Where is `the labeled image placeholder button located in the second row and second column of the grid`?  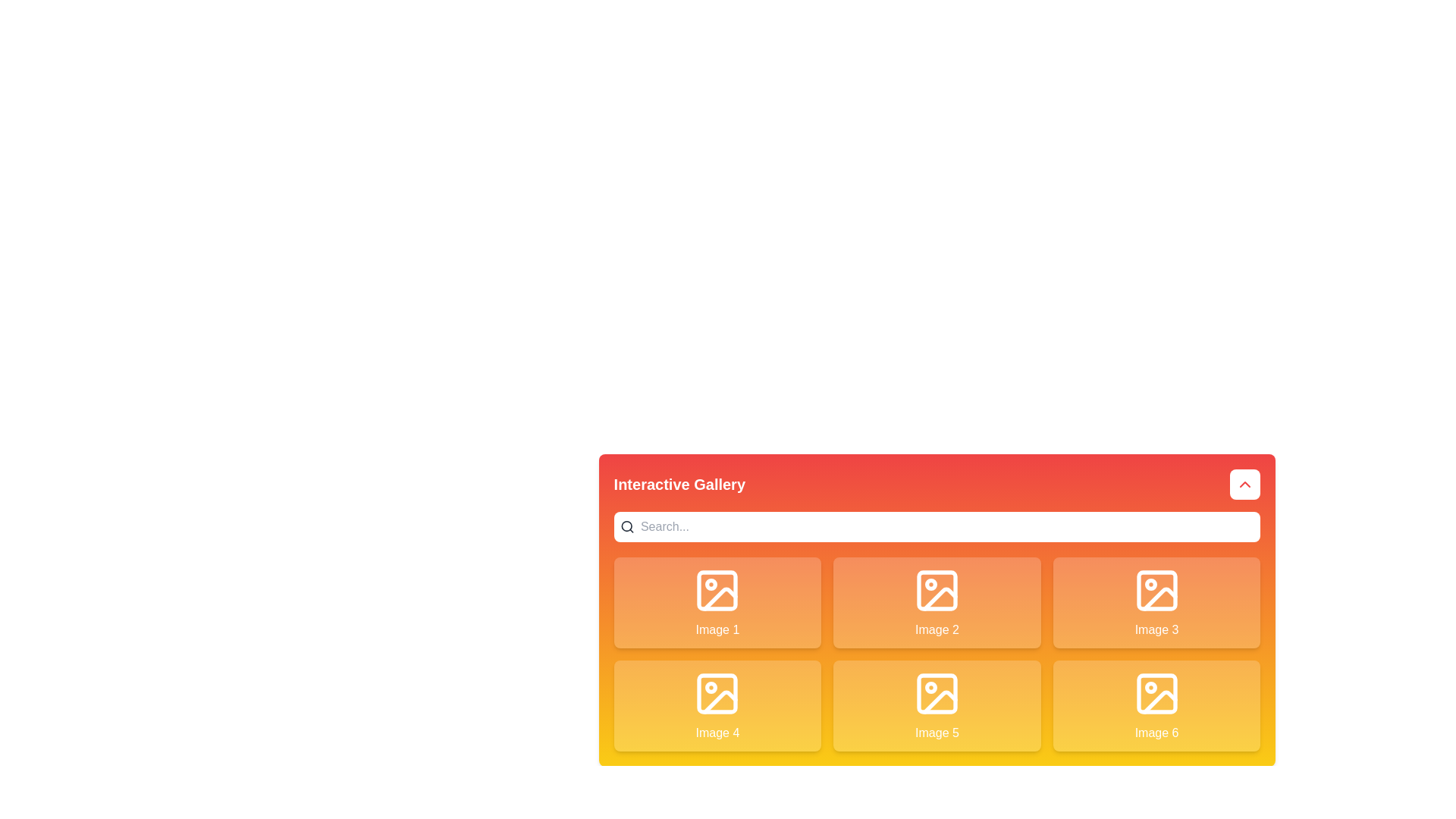
the labeled image placeholder button located in the second row and second column of the grid is located at coordinates (935, 705).